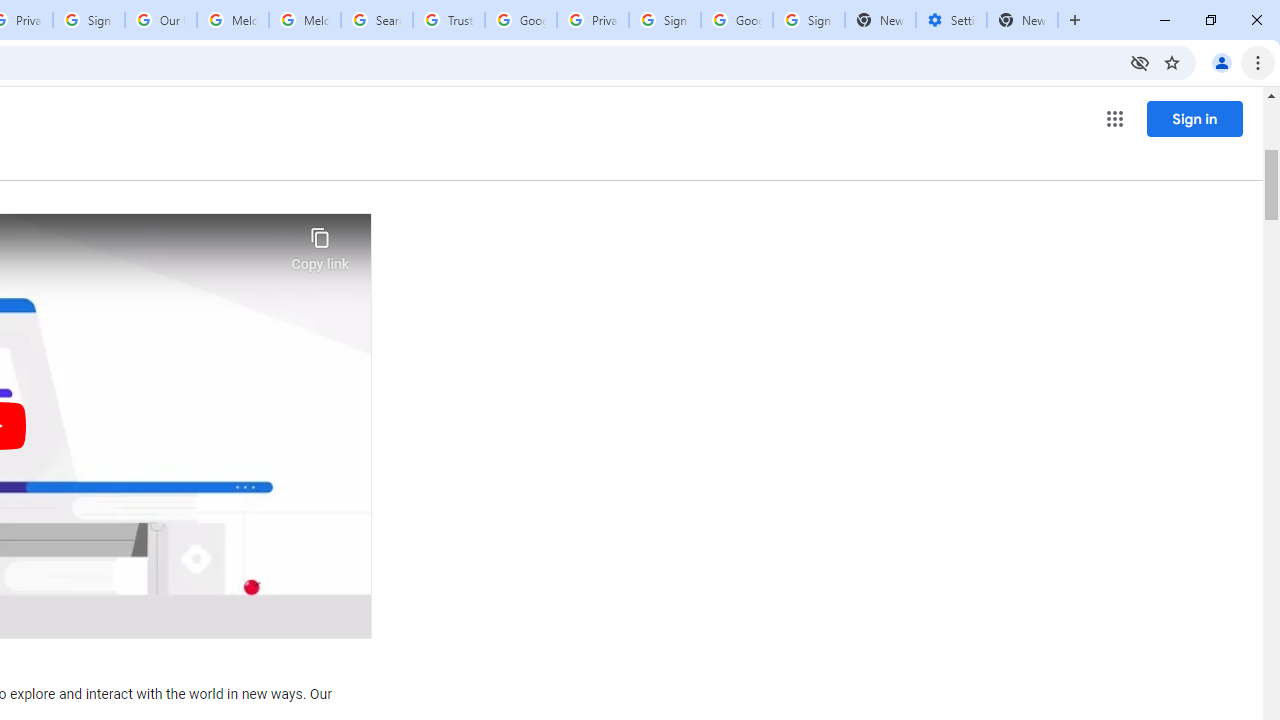 Image resolution: width=1280 pixels, height=720 pixels. Describe the element at coordinates (950, 20) in the screenshot. I see `'Settings - Addresses and more'` at that location.